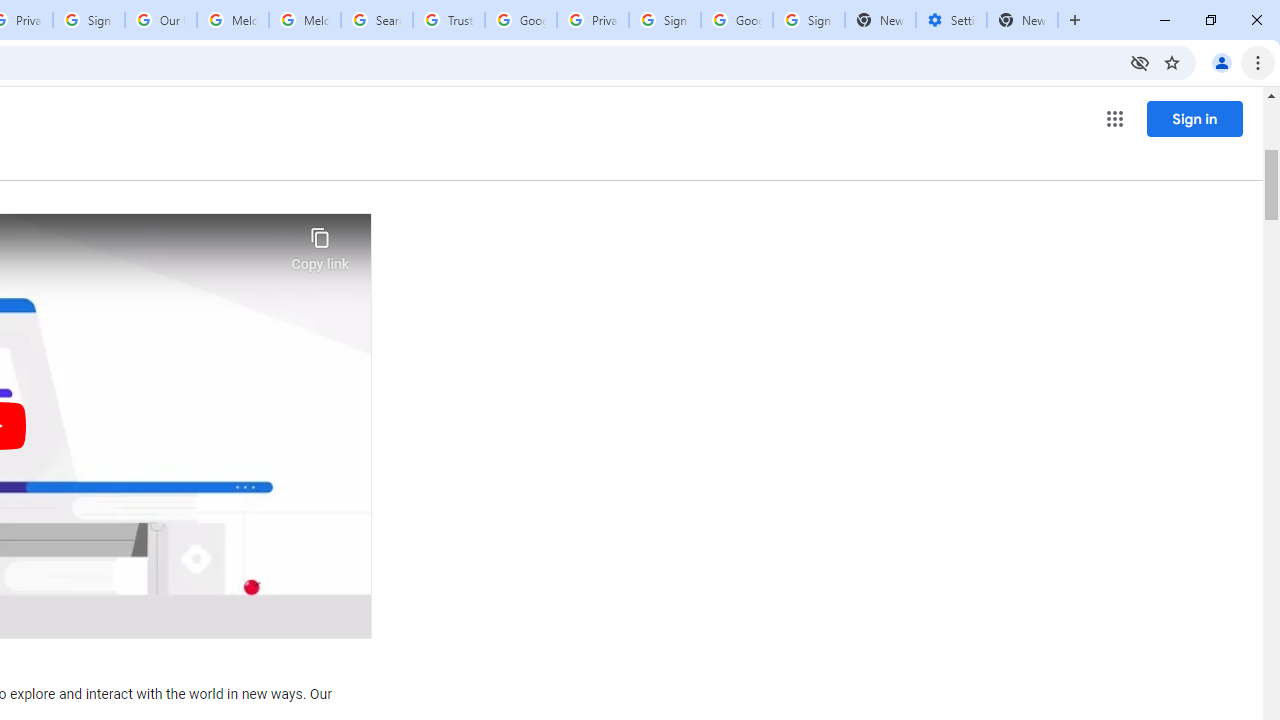 Image resolution: width=1280 pixels, height=720 pixels. Describe the element at coordinates (950, 20) in the screenshot. I see `'Settings - Addresses and more'` at that location.